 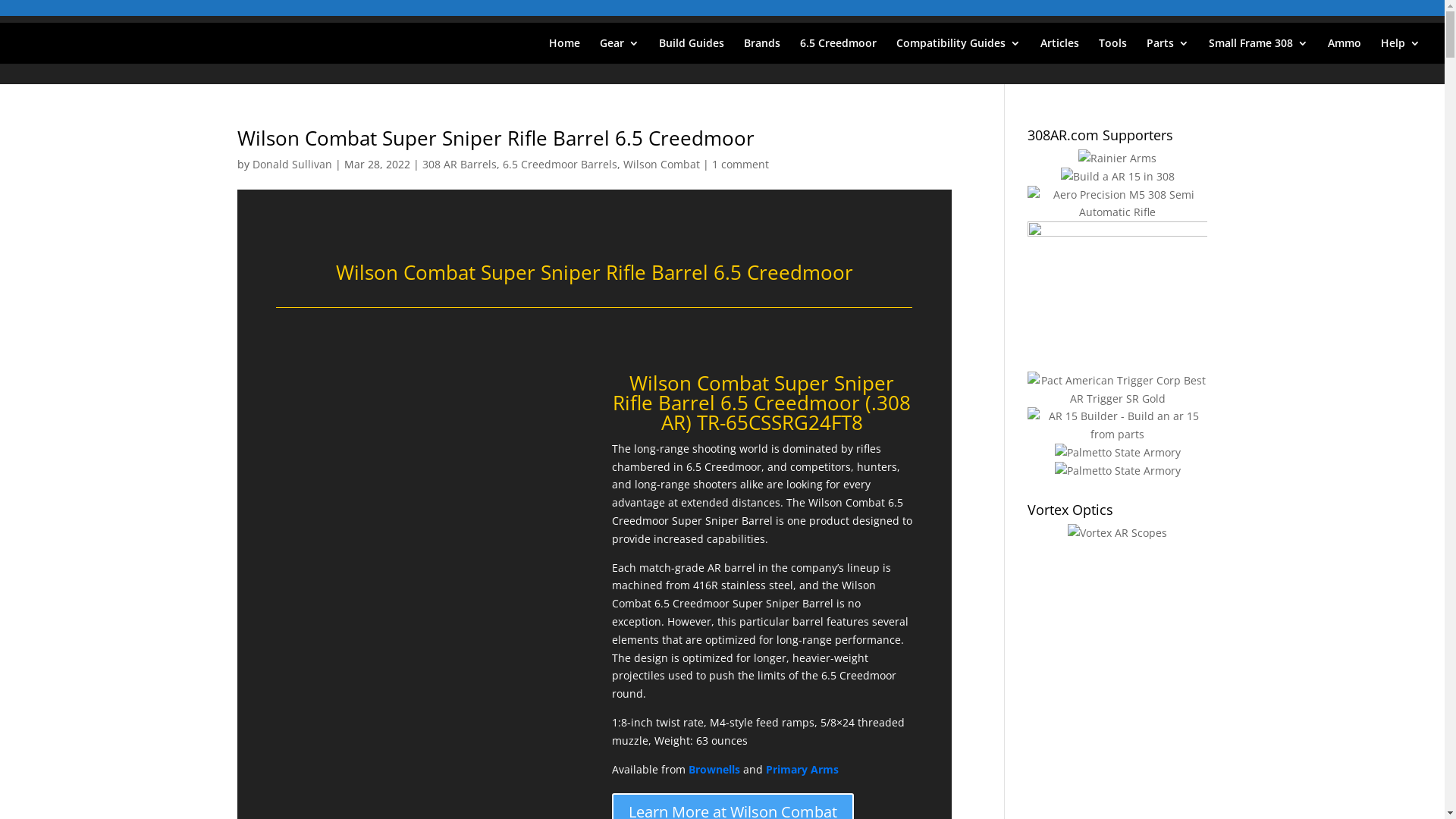 What do you see at coordinates (765, 769) in the screenshot?
I see `'Primary Arms'` at bounding box center [765, 769].